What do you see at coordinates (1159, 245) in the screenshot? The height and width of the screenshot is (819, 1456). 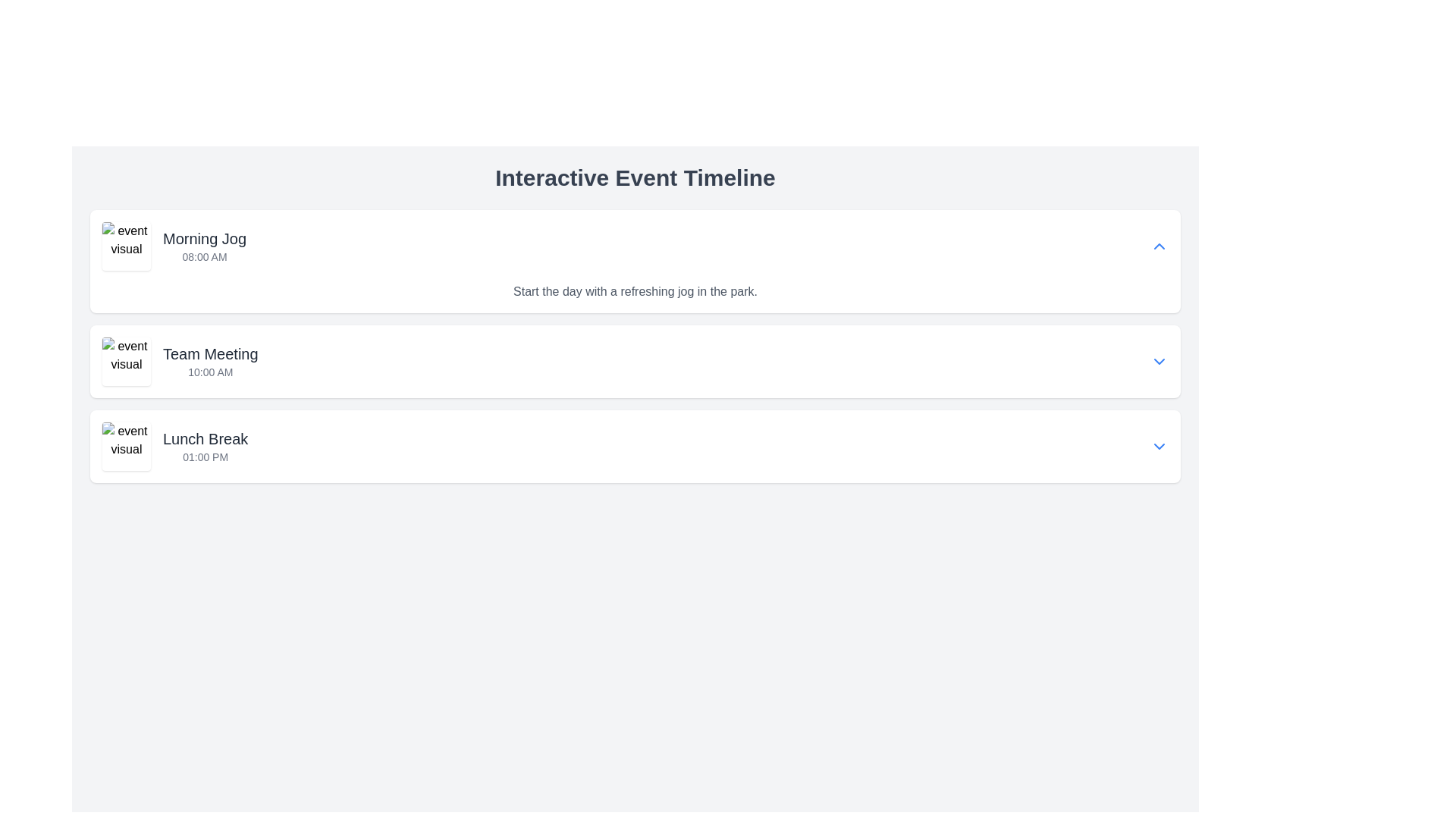 I see `the button located on the far right of the 'Morning Jog' event entry` at bounding box center [1159, 245].